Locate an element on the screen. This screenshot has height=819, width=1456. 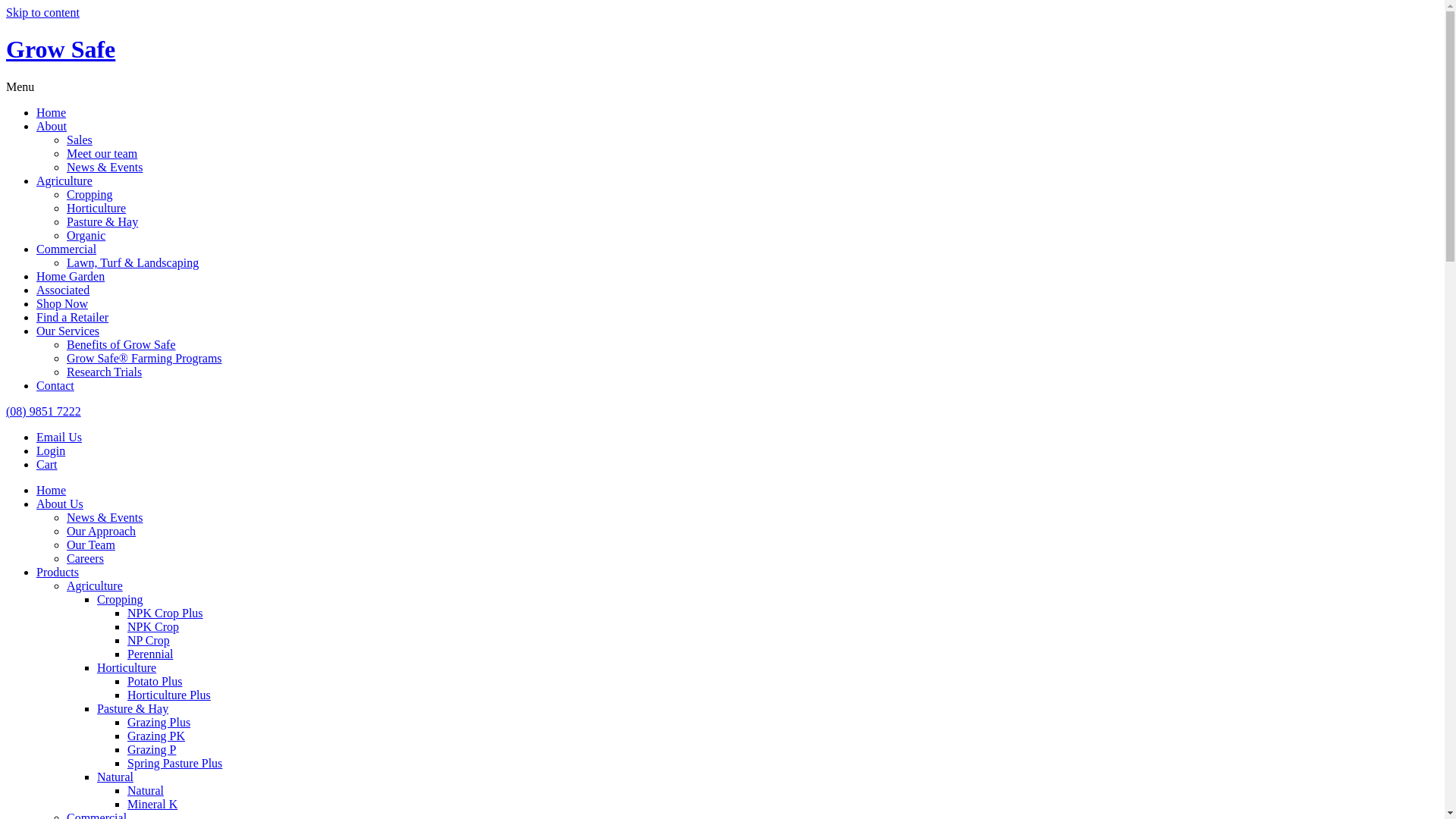
'Shop Now' is located at coordinates (61, 303).